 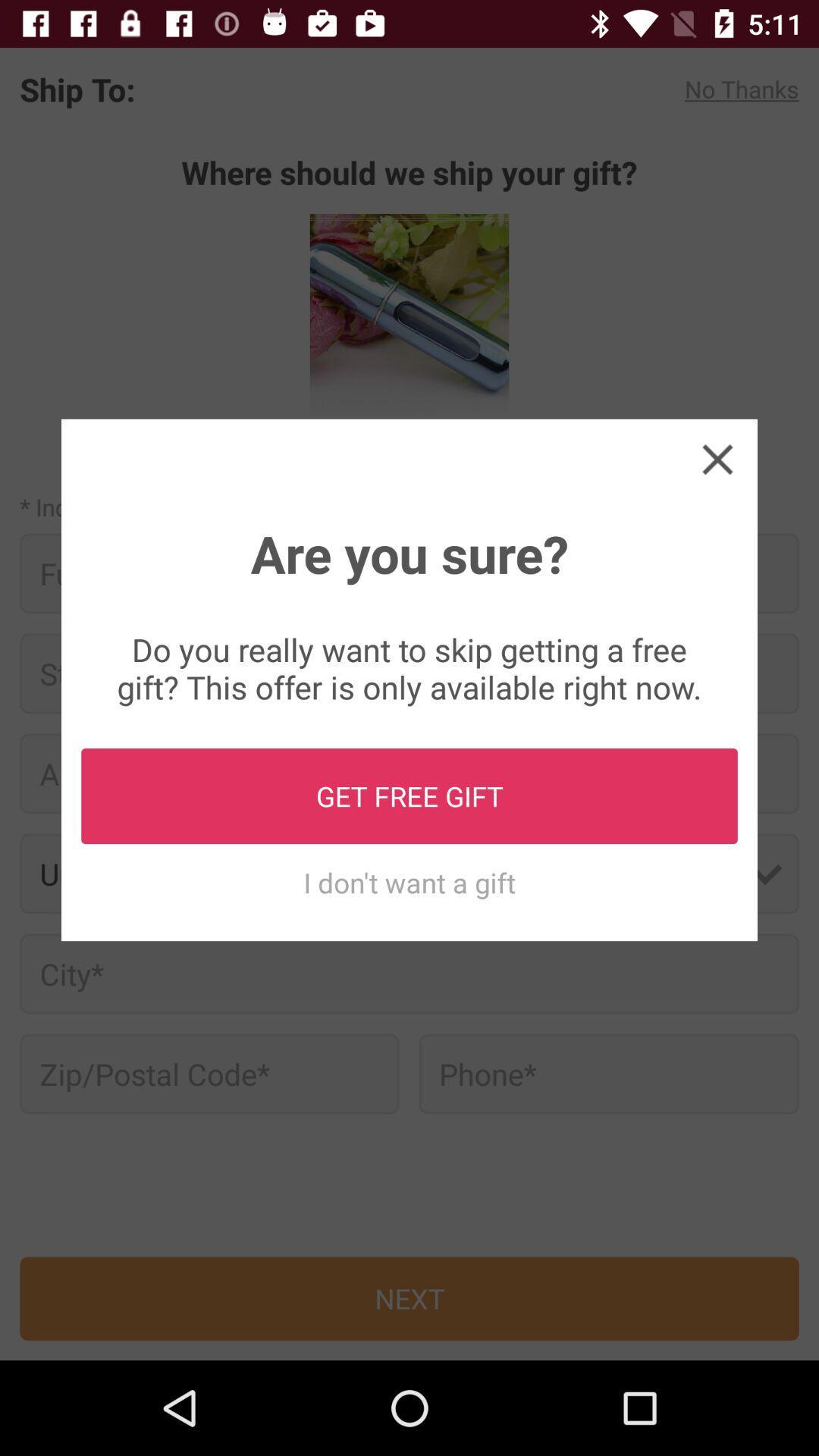 What do you see at coordinates (717, 458) in the screenshot?
I see `the icon at the top right corner` at bounding box center [717, 458].